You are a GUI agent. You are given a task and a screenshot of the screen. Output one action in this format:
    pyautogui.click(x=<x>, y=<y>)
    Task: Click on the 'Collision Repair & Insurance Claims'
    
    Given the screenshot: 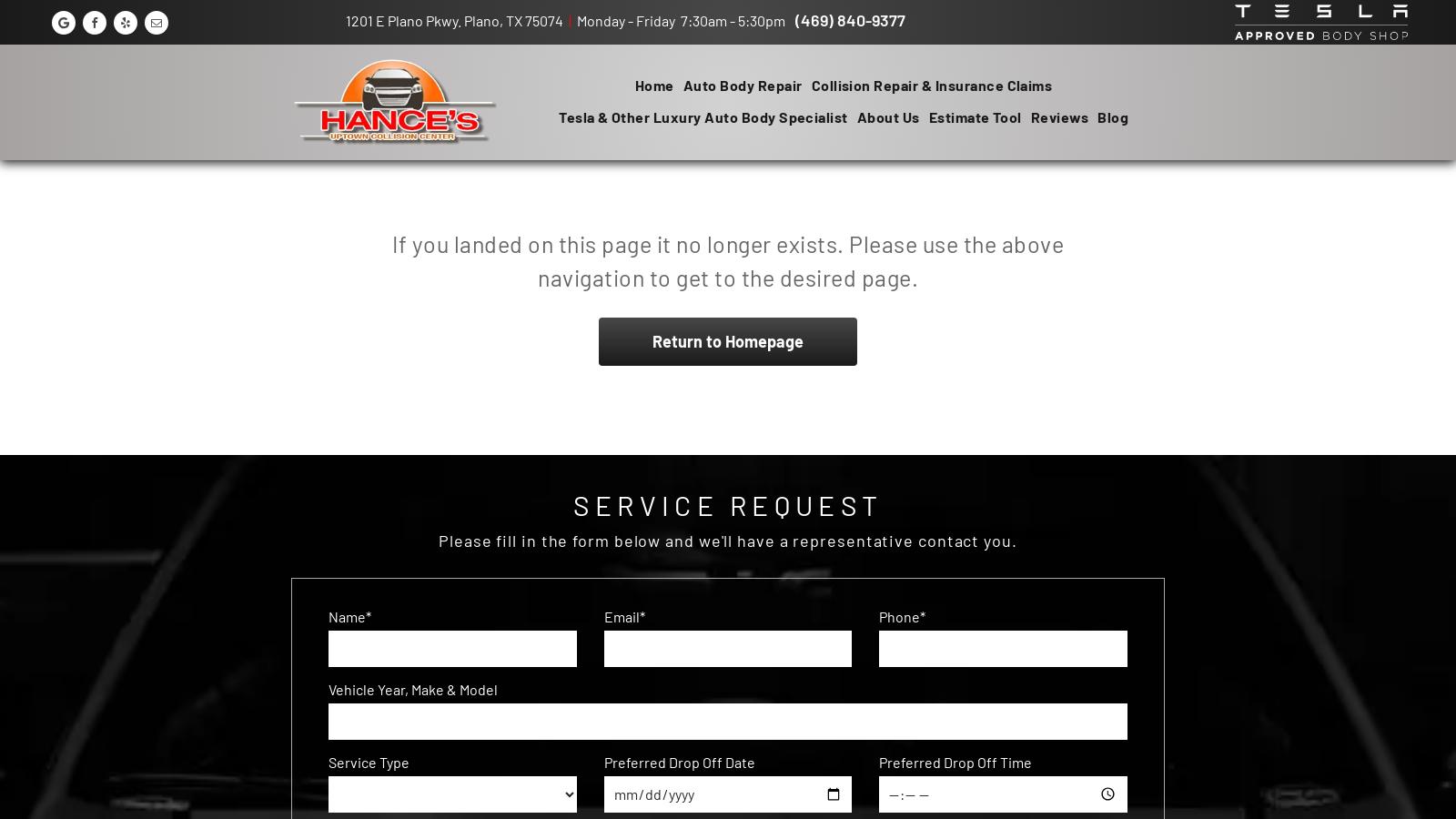 What is the action you would take?
    pyautogui.click(x=931, y=84)
    